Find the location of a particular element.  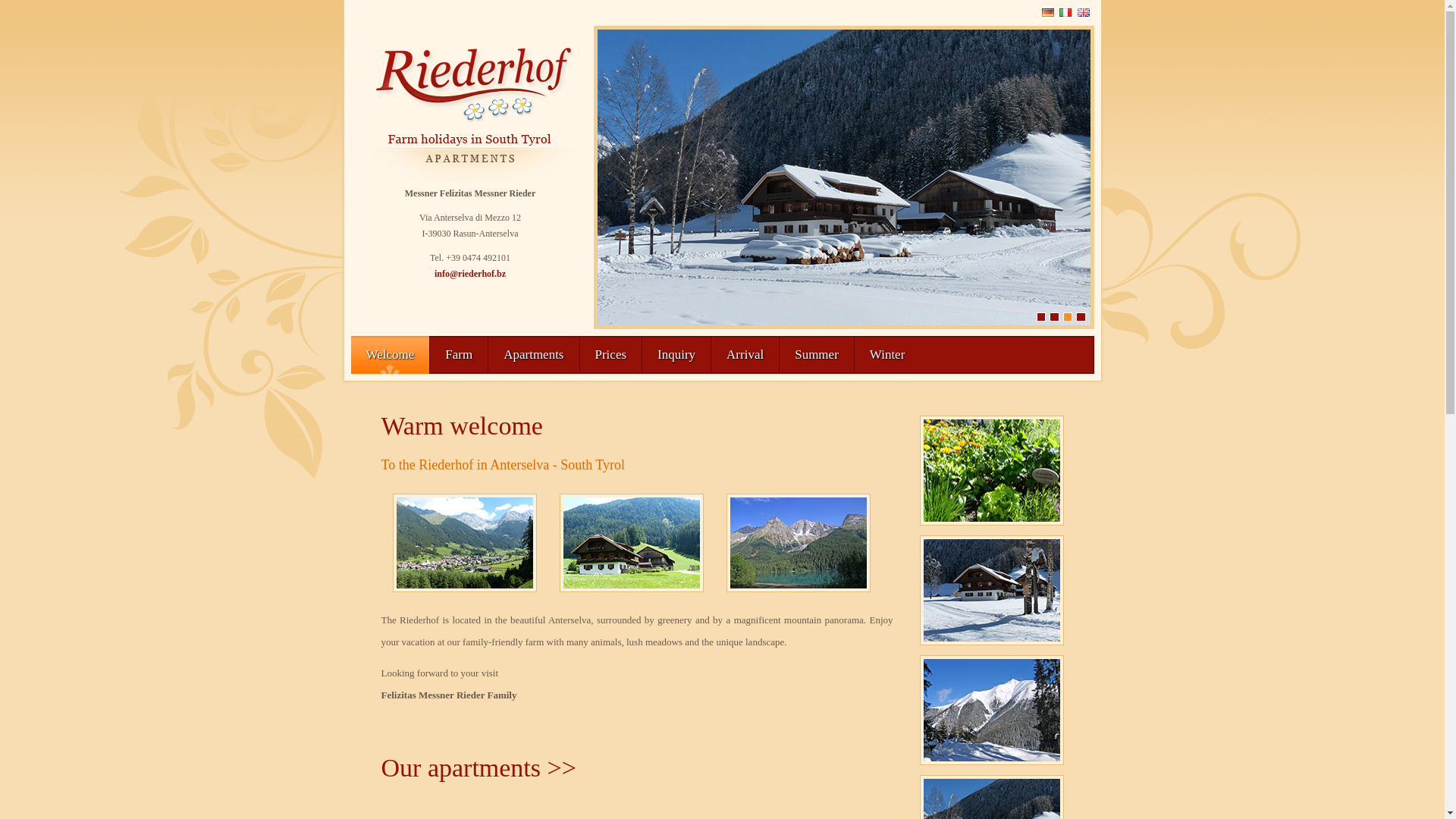

'4' is located at coordinates (1075, 315).